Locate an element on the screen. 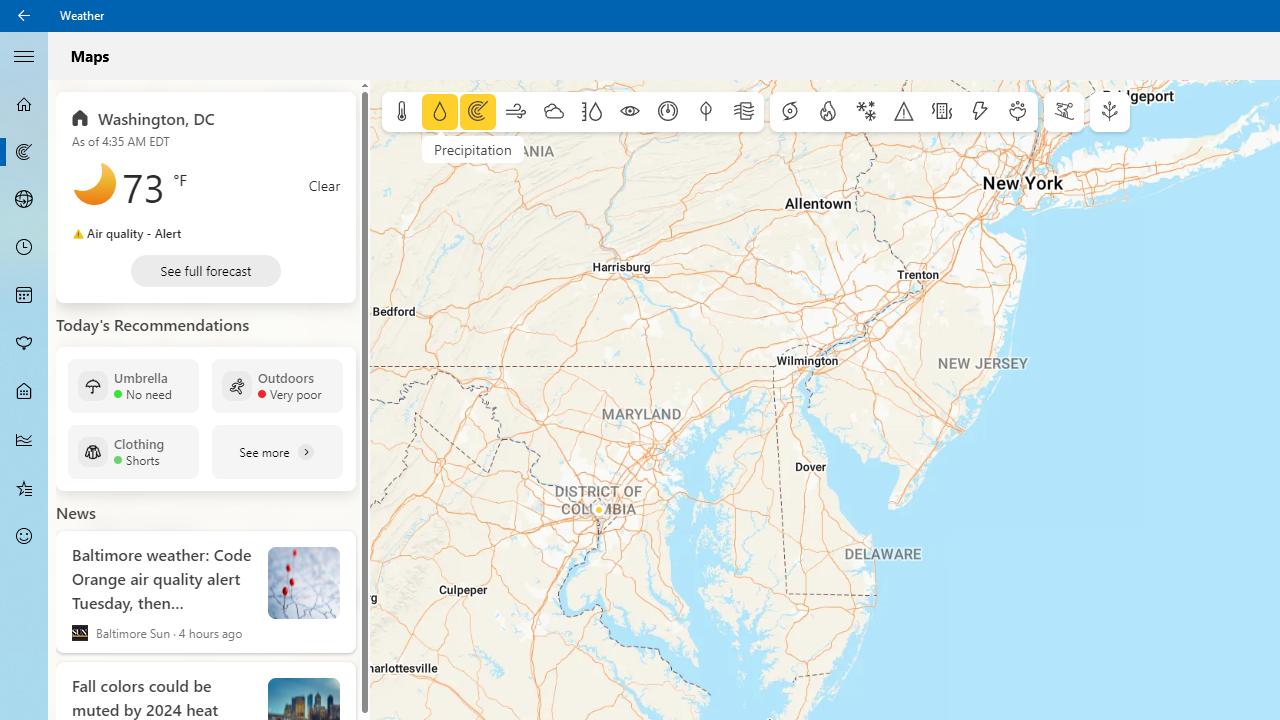 Image resolution: width=1280 pixels, height=720 pixels. 'Favorites - Not Selected' is located at coordinates (24, 487).